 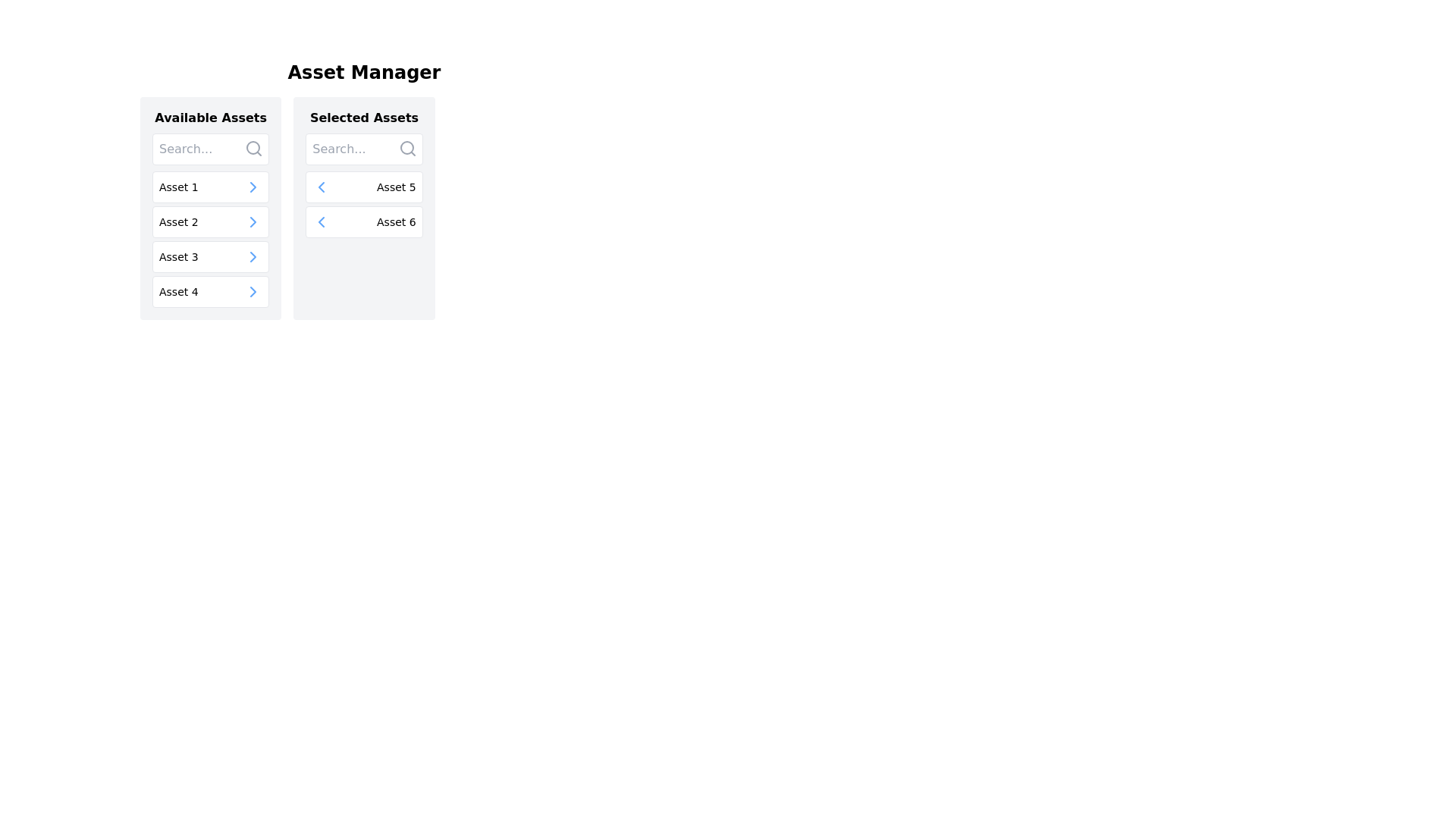 I want to click on the static text label that displays 'Available Assets', which is styled in bold and positioned at the top-left area of the panel with a light gray background, so click(x=210, y=117).